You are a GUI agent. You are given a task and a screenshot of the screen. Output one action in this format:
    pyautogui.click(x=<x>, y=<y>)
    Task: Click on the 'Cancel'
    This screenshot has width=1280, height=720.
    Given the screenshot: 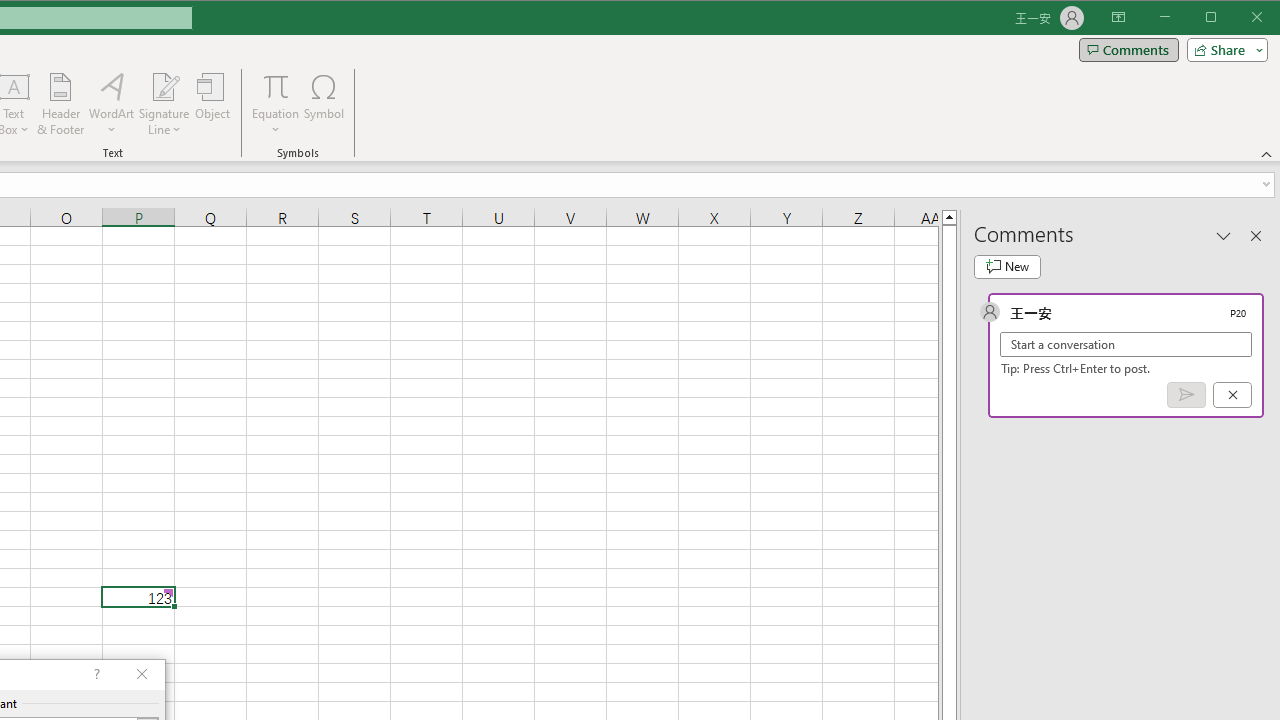 What is the action you would take?
    pyautogui.click(x=1231, y=395)
    